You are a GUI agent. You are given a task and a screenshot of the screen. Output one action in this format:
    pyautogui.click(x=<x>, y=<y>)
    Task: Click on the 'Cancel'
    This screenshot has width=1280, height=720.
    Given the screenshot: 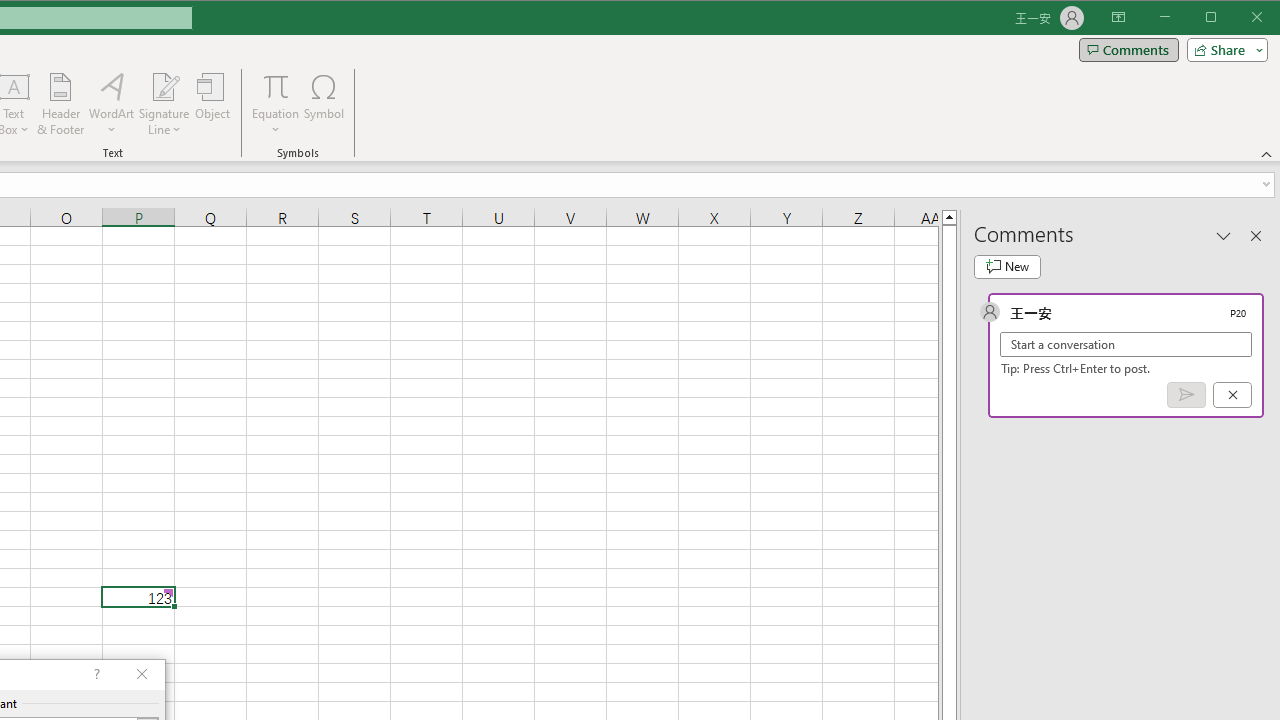 What is the action you would take?
    pyautogui.click(x=1231, y=395)
    